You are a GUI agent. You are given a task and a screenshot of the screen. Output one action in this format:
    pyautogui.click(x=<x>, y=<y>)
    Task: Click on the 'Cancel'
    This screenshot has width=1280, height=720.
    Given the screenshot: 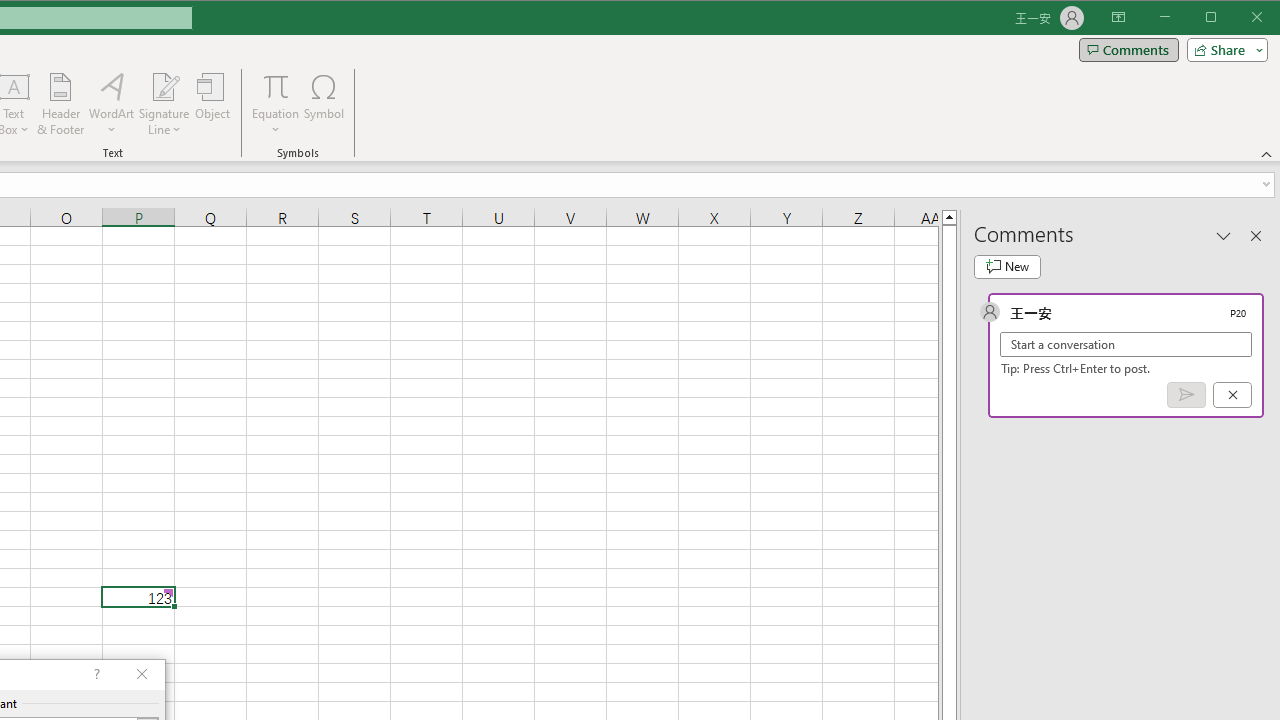 What is the action you would take?
    pyautogui.click(x=1231, y=395)
    